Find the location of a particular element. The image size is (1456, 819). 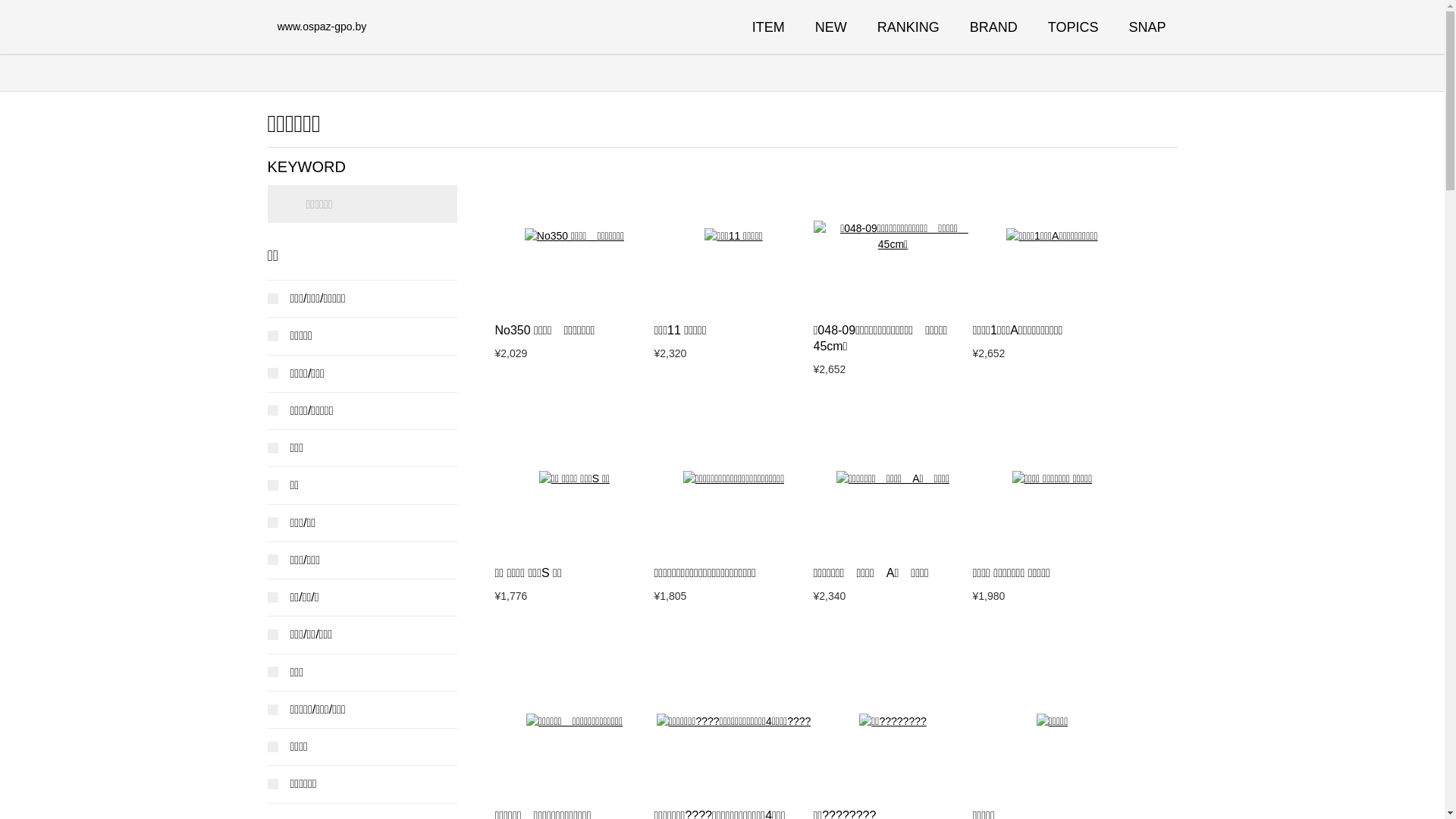

'NEW' is located at coordinates (830, 27).